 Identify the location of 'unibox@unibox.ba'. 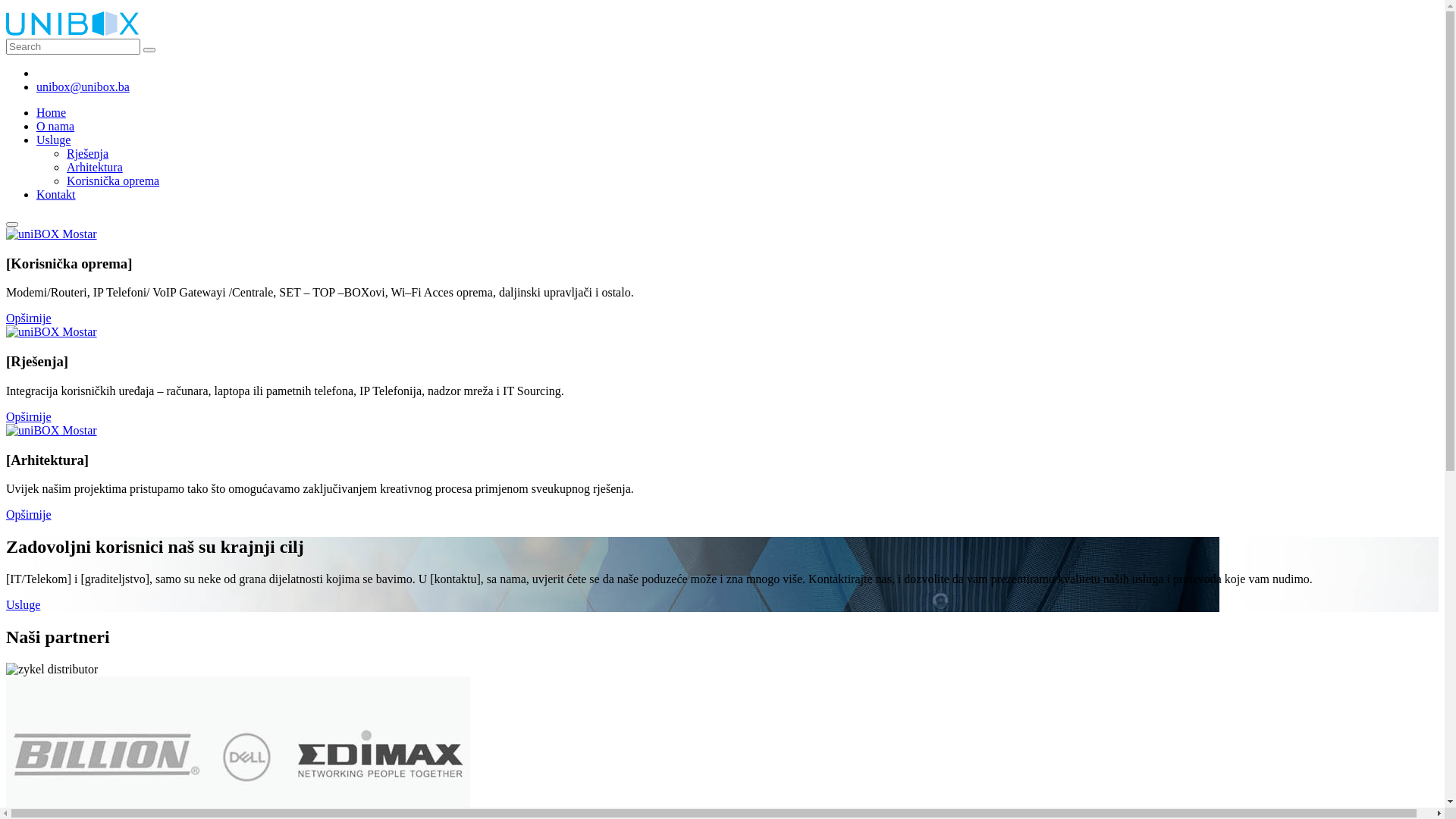
(36, 86).